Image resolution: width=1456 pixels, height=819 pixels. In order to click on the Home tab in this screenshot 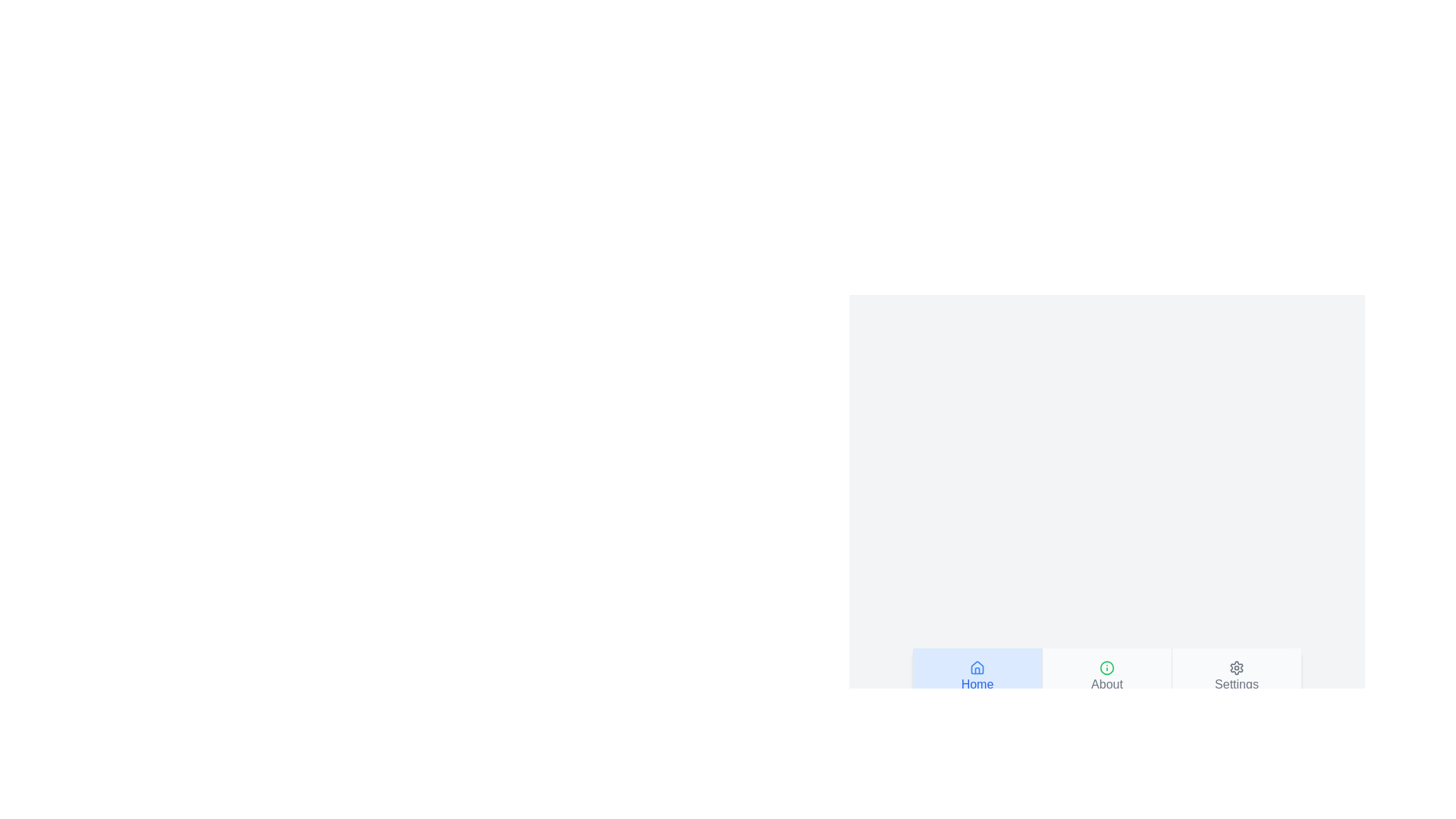, I will do `click(977, 676)`.